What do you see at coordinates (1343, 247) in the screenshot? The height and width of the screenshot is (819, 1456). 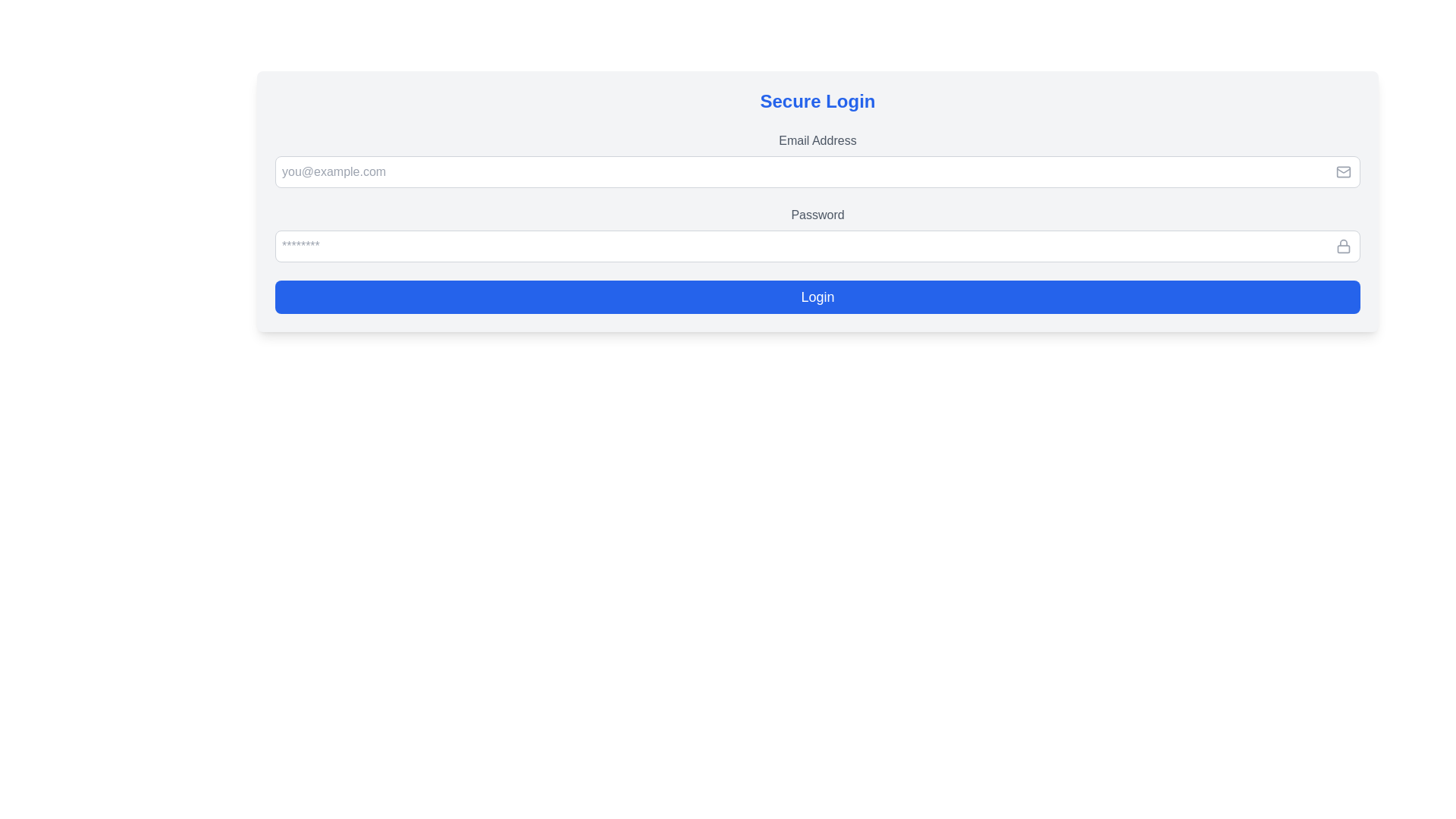 I see `the small rounded rectangle that forms the body of the lock icon, located towards the right-hand side of the password input field` at bounding box center [1343, 247].